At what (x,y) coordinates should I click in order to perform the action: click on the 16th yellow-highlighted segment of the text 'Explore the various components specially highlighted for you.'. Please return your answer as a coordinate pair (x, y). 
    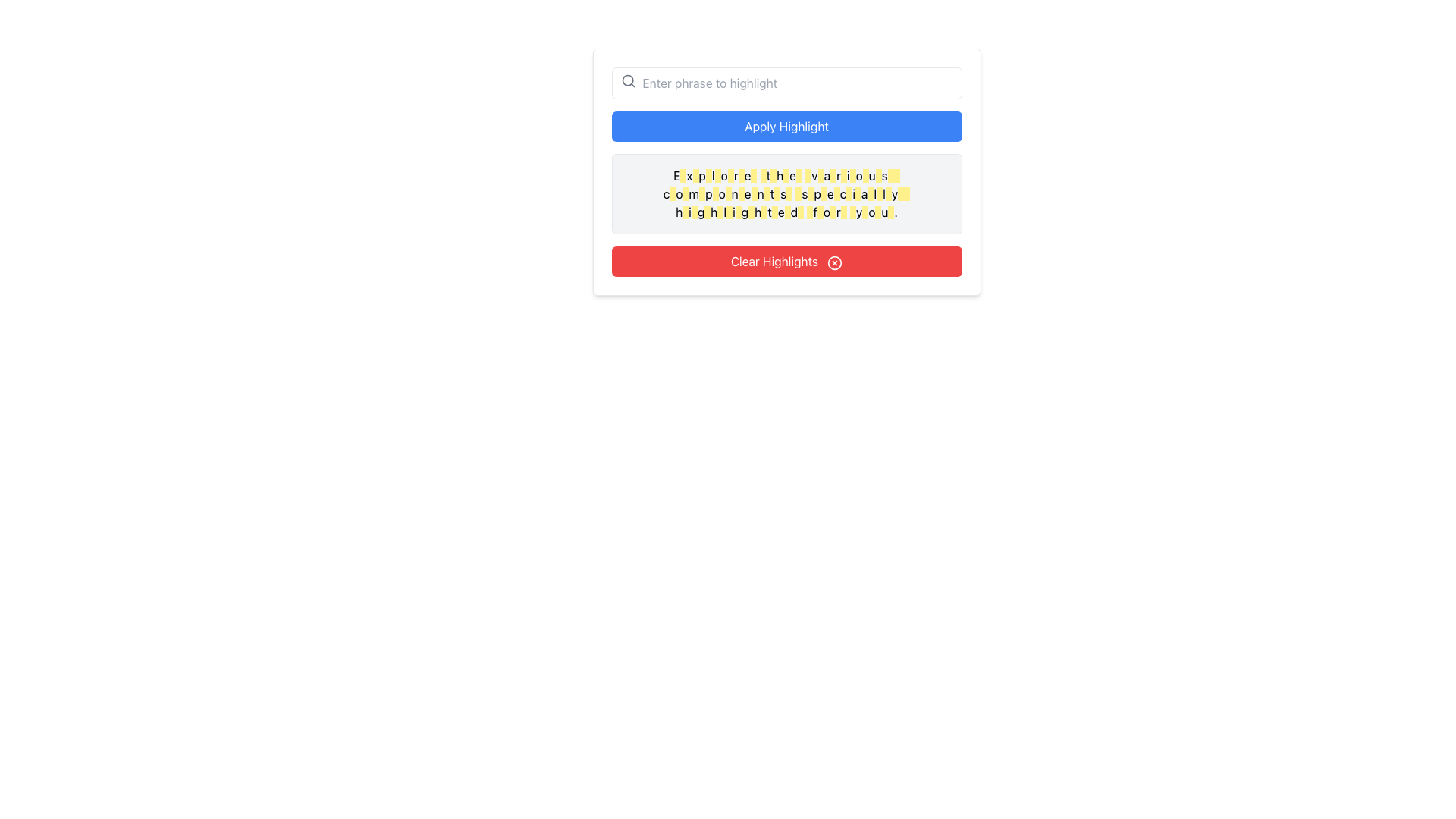
    Looking at the image, I should click on (852, 174).